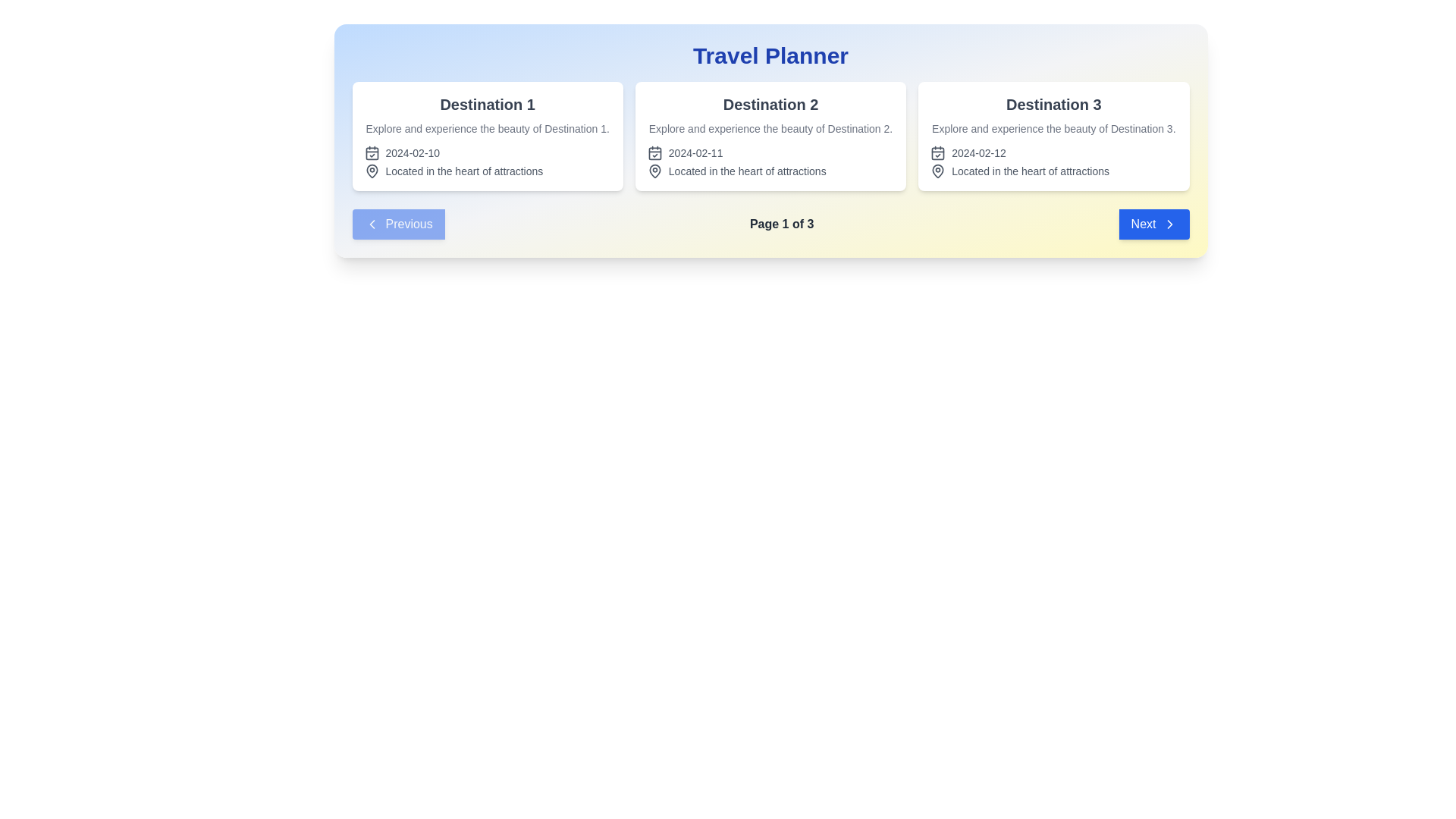 The image size is (1456, 819). I want to click on the Chevron Right Symbol icon located on the blue 'Next' button in the bottom-right corner, so click(1169, 224).